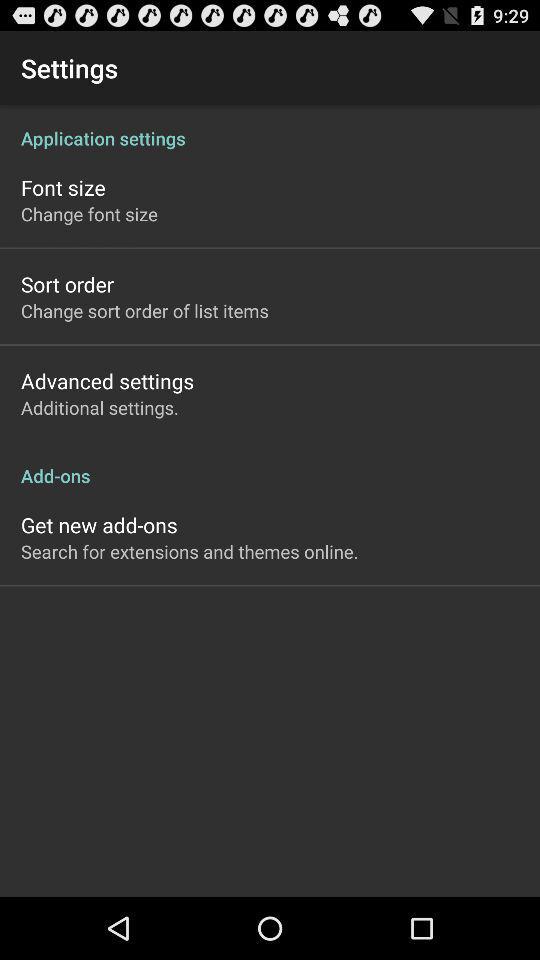 Image resolution: width=540 pixels, height=960 pixels. I want to click on item above the add-ons icon, so click(98, 406).